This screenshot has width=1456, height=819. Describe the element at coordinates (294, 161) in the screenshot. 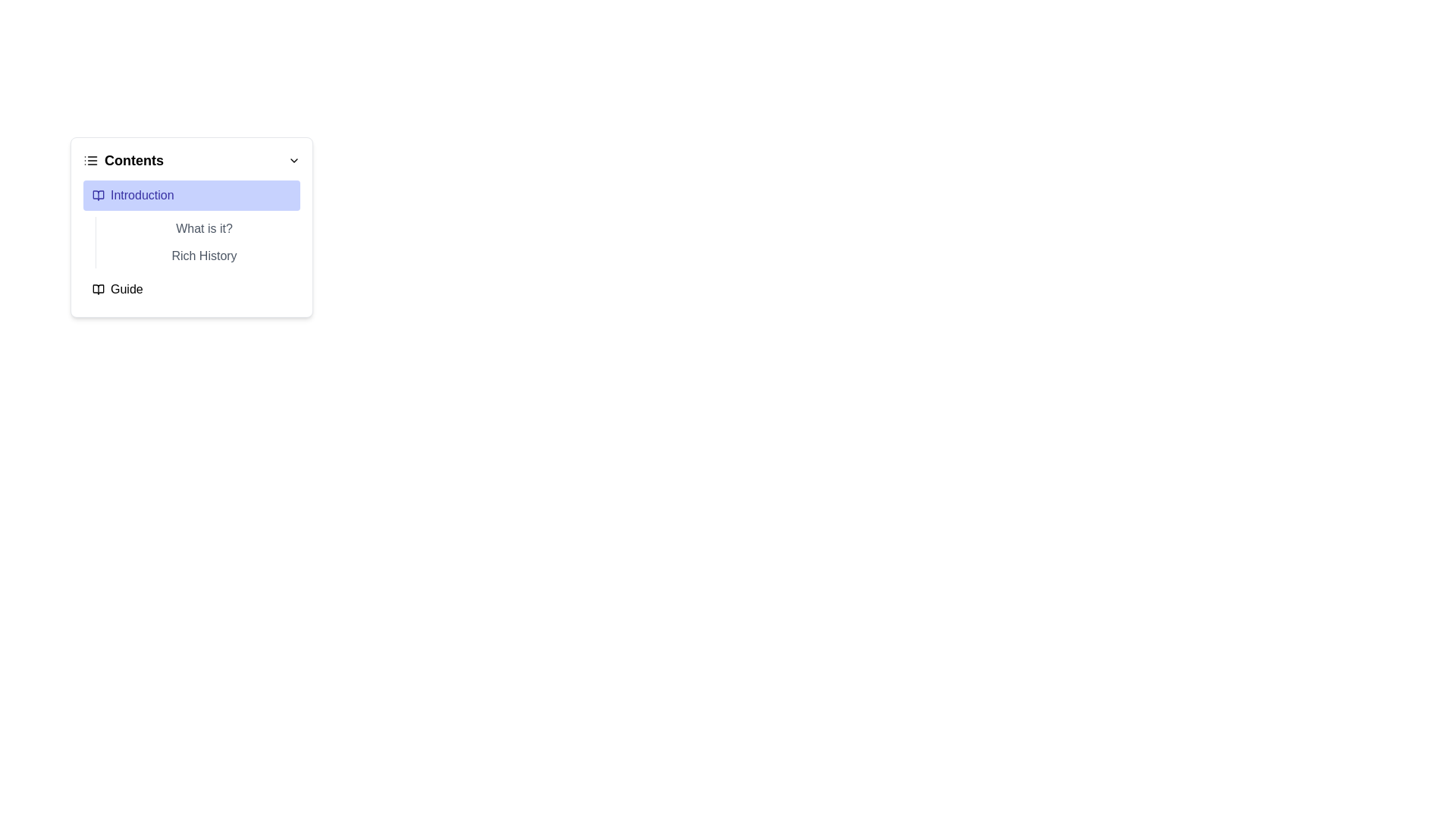

I see `the toggle icon in the header section labeled 'Contents'` at that location.